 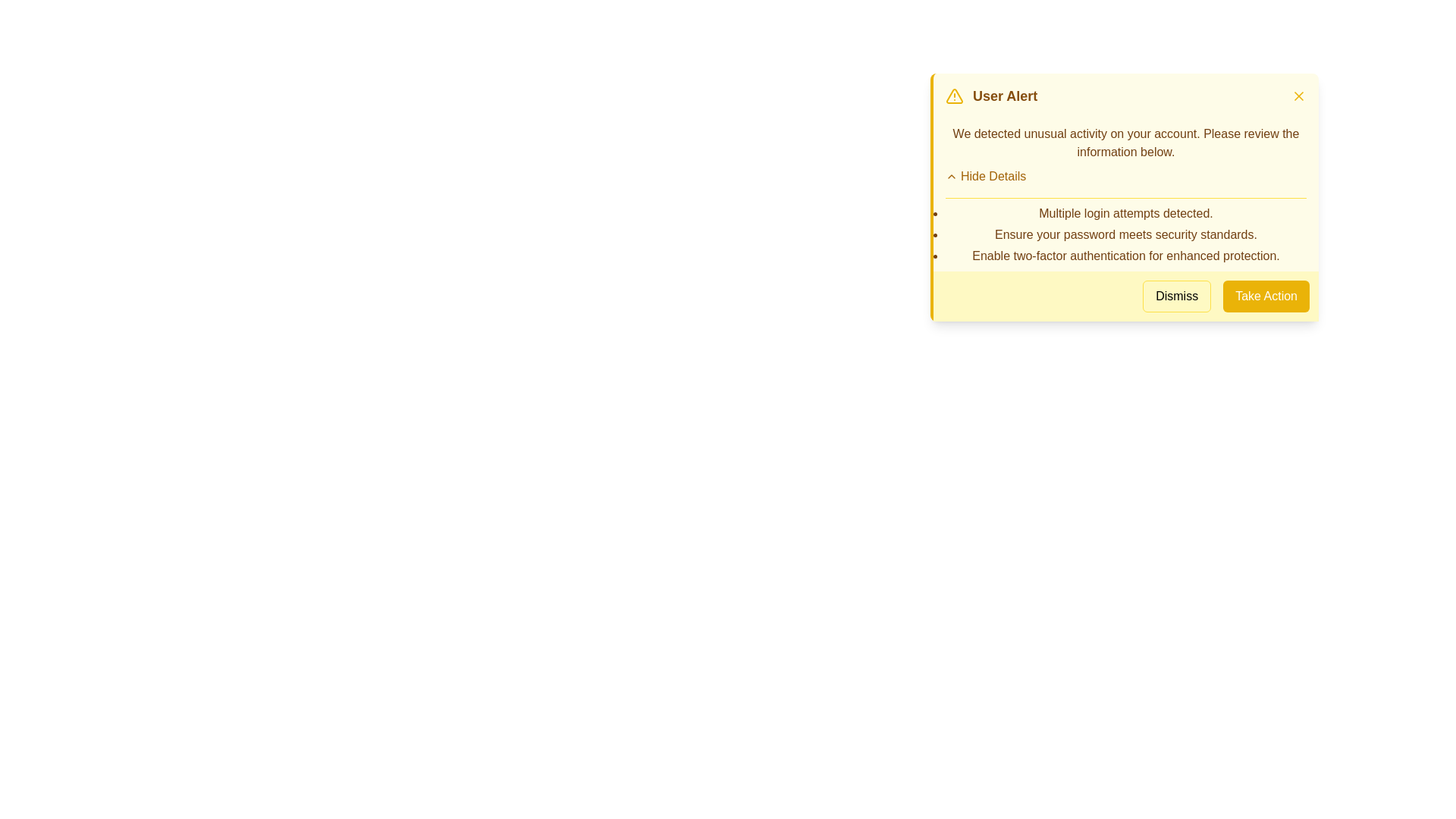 I want to click on the interactive text with an icon located in the upper middle section of the user alert box, so click(x=986, y=175).